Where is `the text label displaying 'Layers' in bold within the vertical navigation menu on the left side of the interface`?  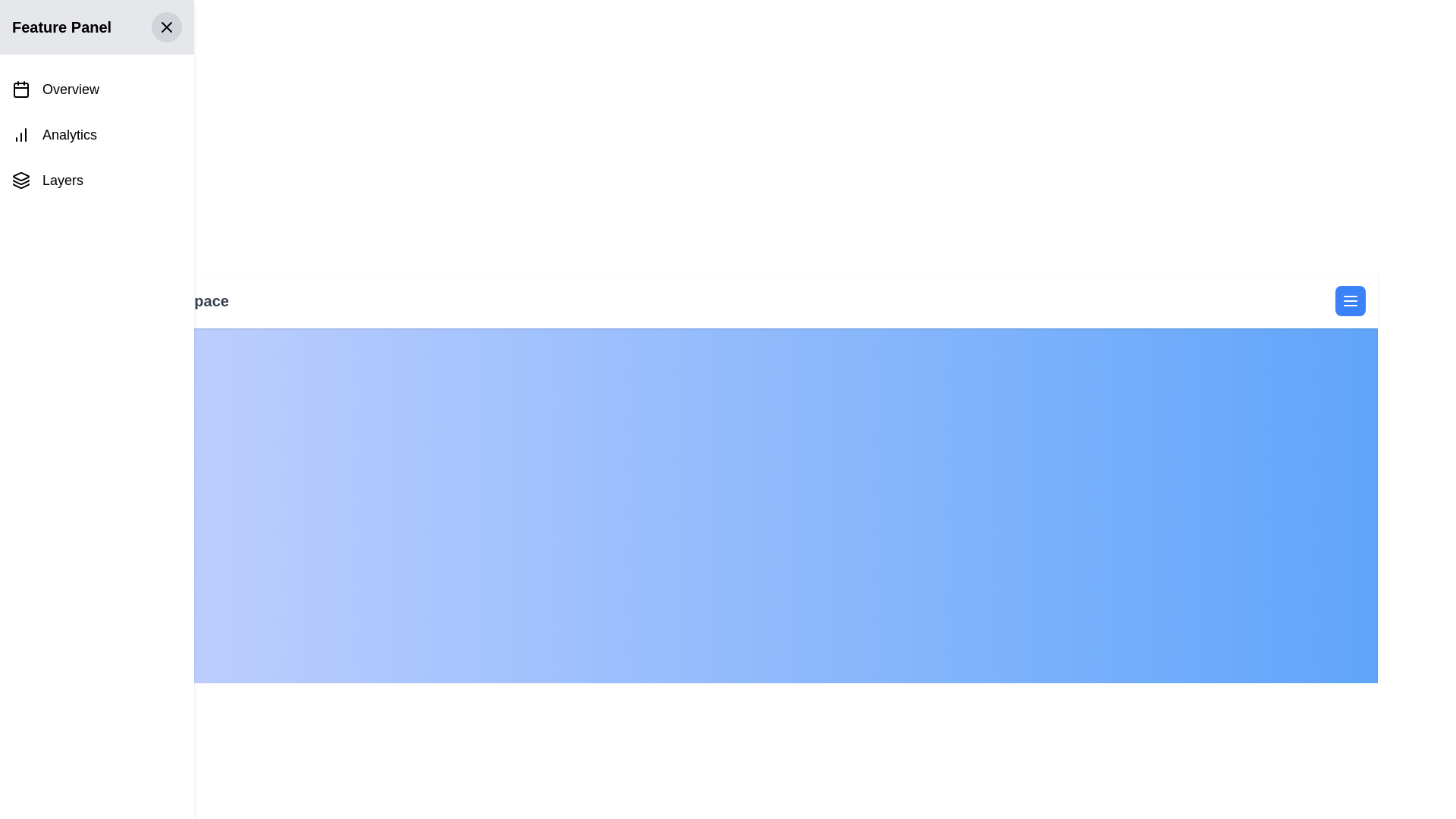
the text label displaying 'Layers' in bold within the vertical navigation menu on the left side of the interface is located at coordinates (61, 180).